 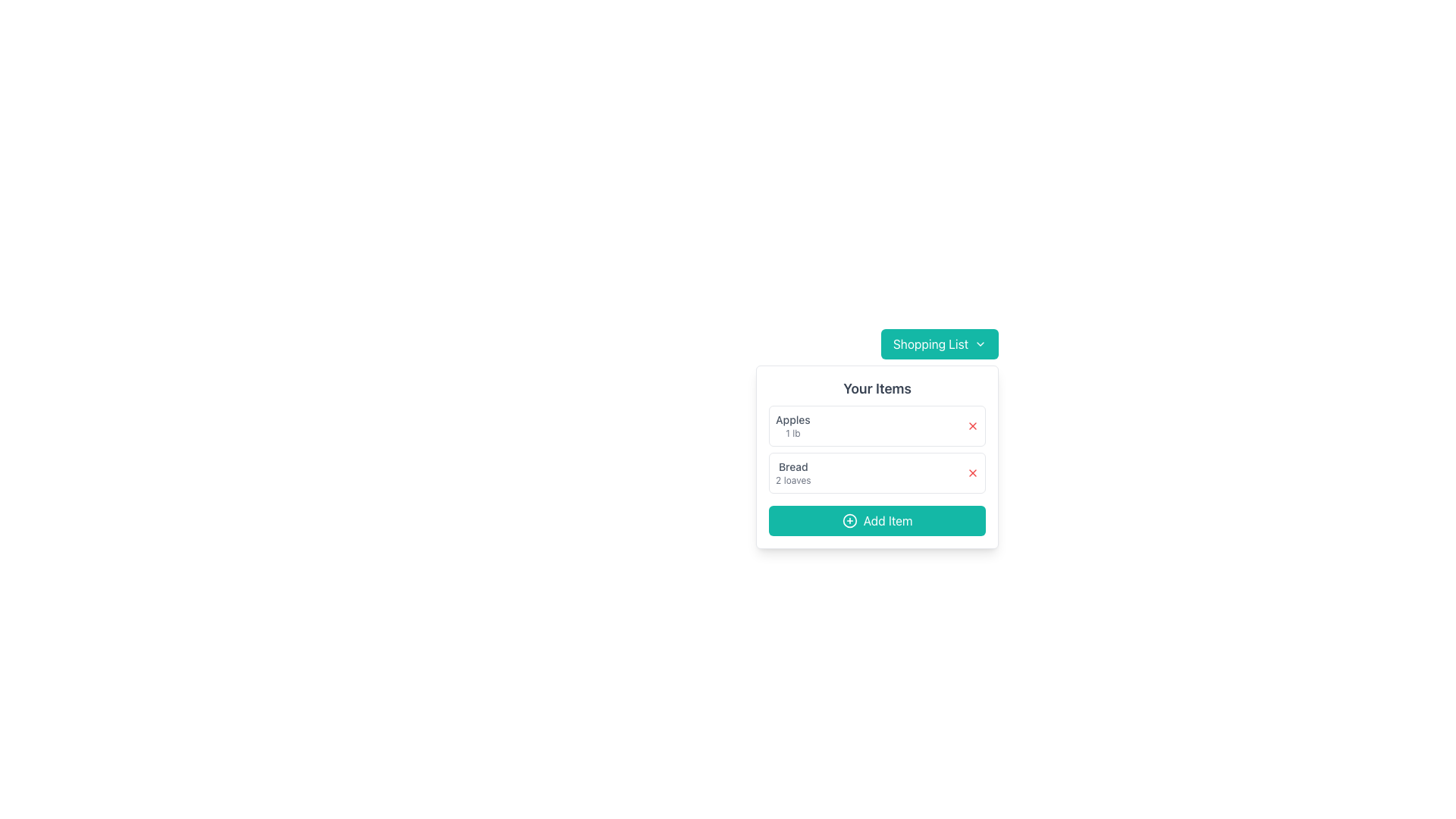 What do you see at coordinates (792, 480) in the screenshot?
I see `the text label that provides additional information about 'Bread' with a quantity of '2 loaves' located in the 'Your Items' section, underneath the text 'Bread.'` at bounding box center [792, 480].